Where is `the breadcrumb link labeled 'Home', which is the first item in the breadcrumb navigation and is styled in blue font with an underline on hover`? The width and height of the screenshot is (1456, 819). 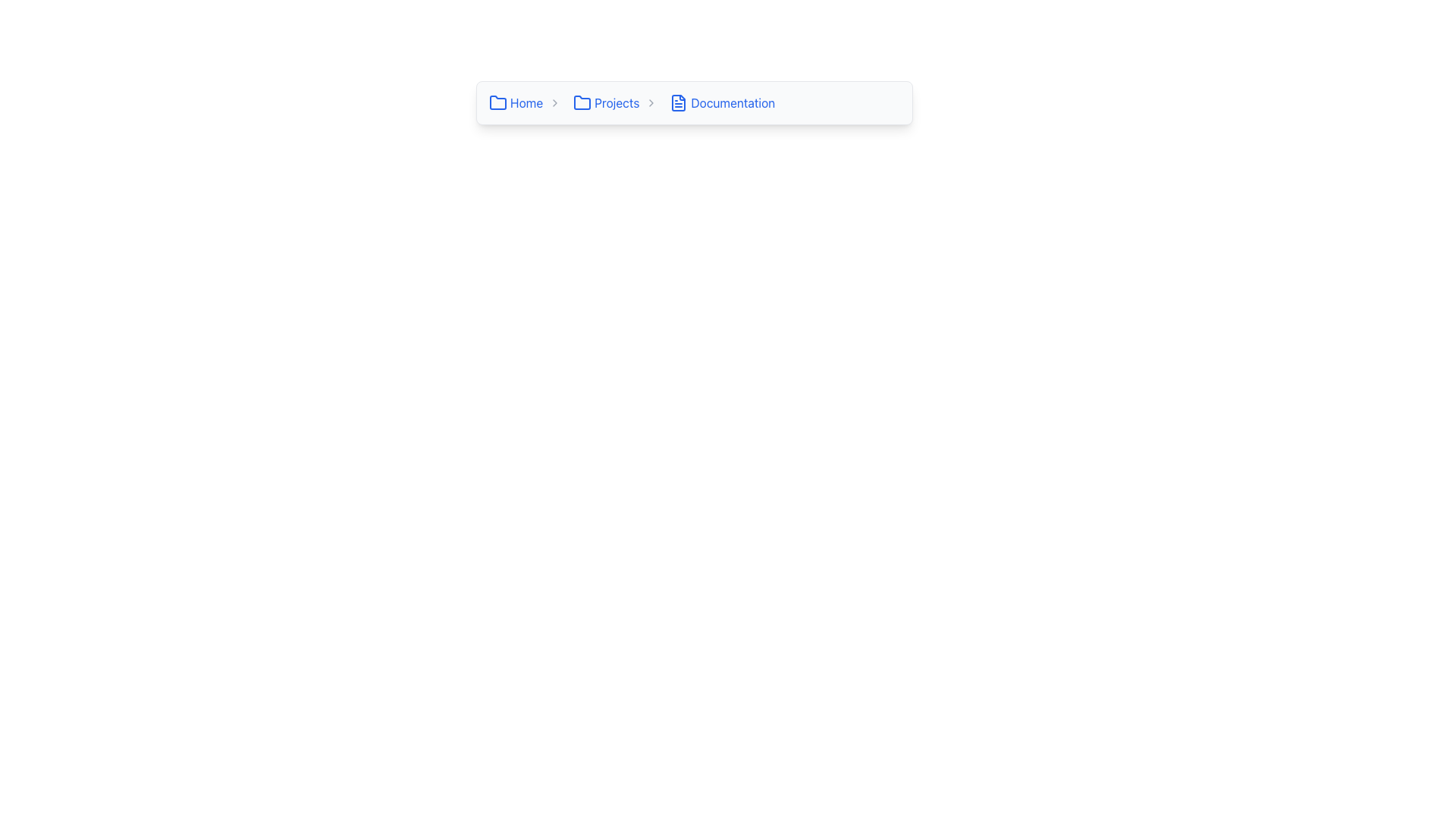 the breadcrumb link labeled 'Home', which is the first item in the breadcrumb navigation and is styled in blue font with an underline on hover is located at coordinates (528, 102).